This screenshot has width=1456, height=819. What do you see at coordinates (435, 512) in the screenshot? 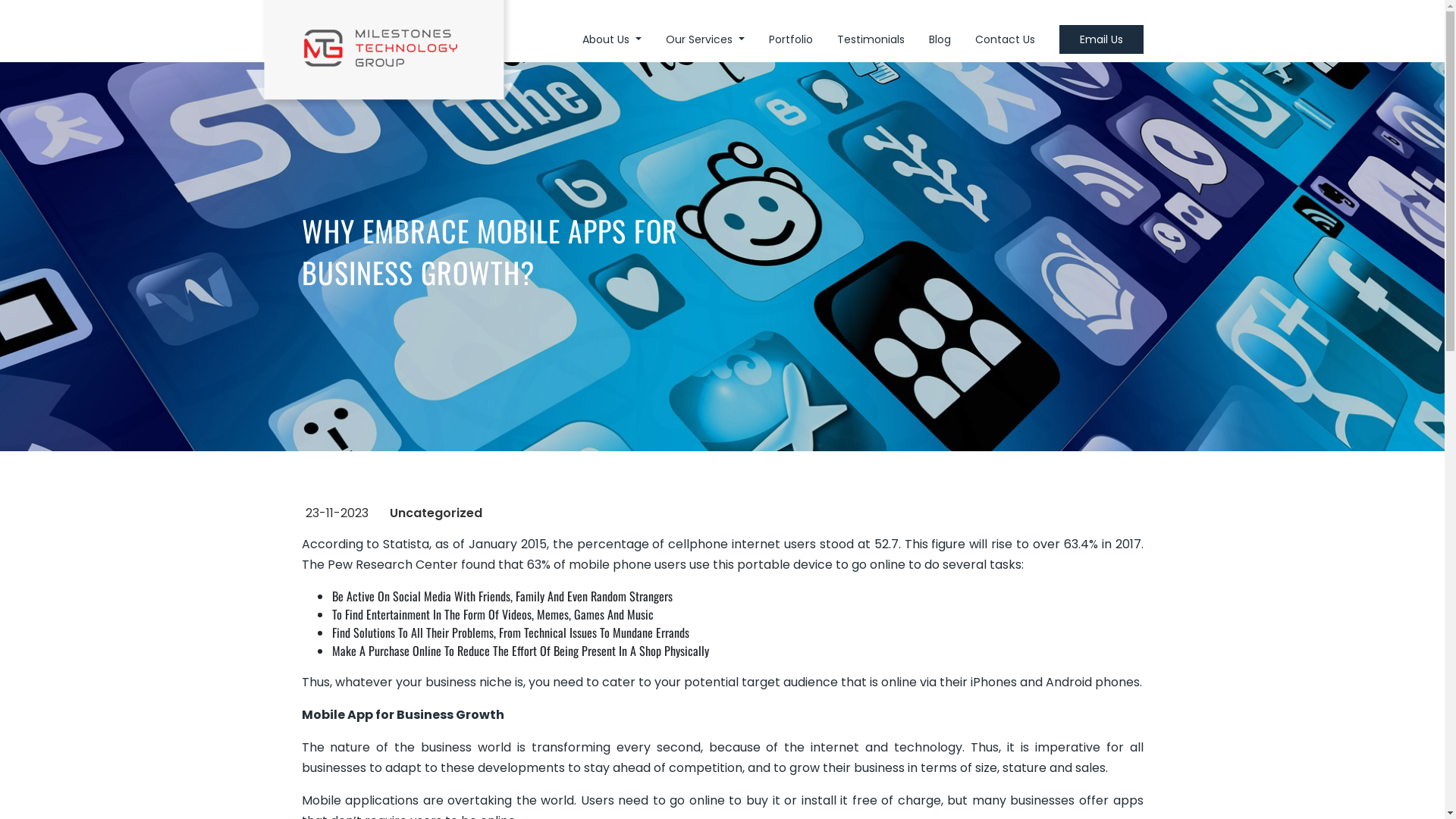
I see `'Uncategorized'` at bounding box center [435, 512].